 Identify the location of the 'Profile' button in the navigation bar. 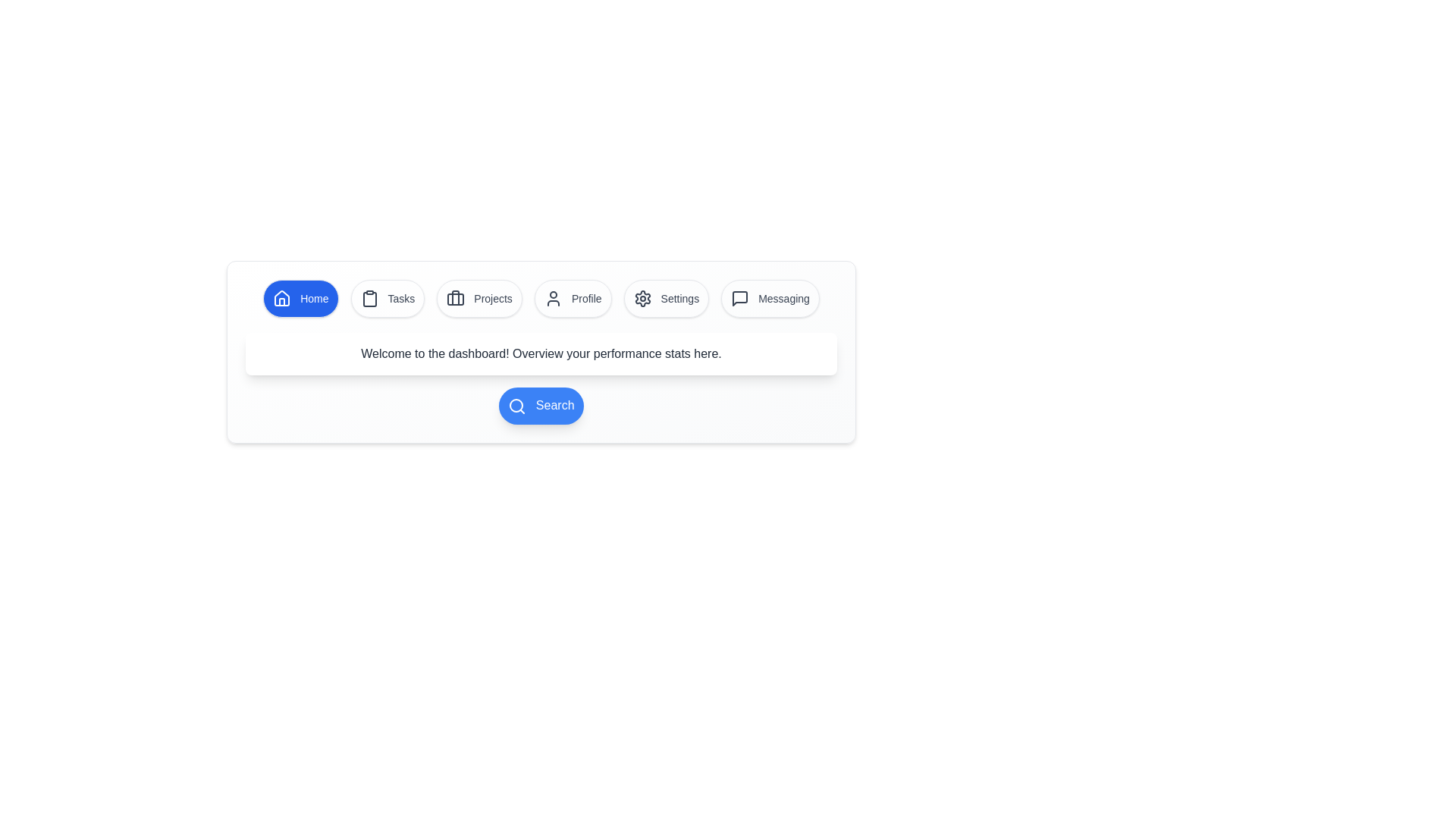
(552, 298).